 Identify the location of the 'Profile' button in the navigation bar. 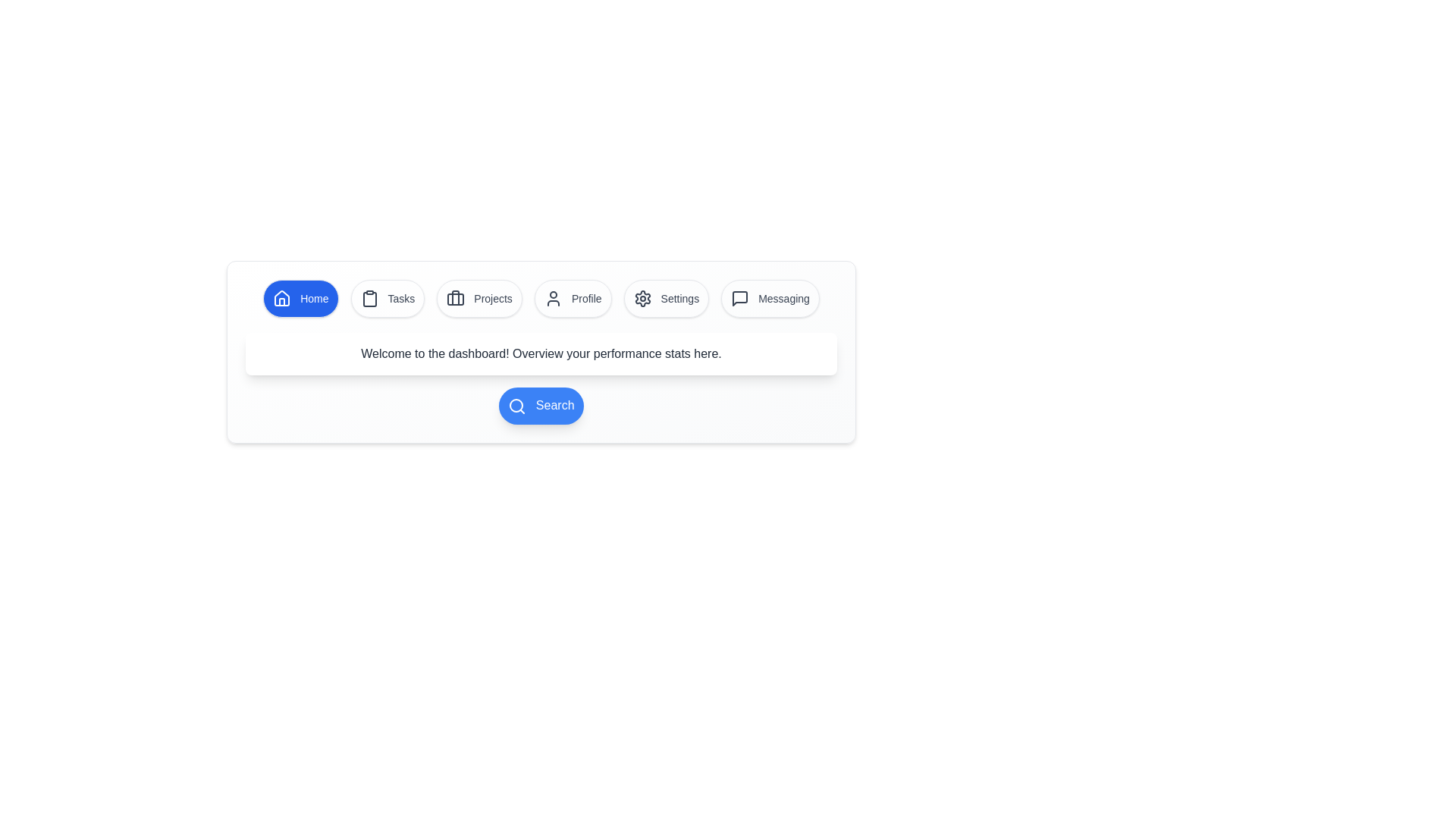
(552, 298).